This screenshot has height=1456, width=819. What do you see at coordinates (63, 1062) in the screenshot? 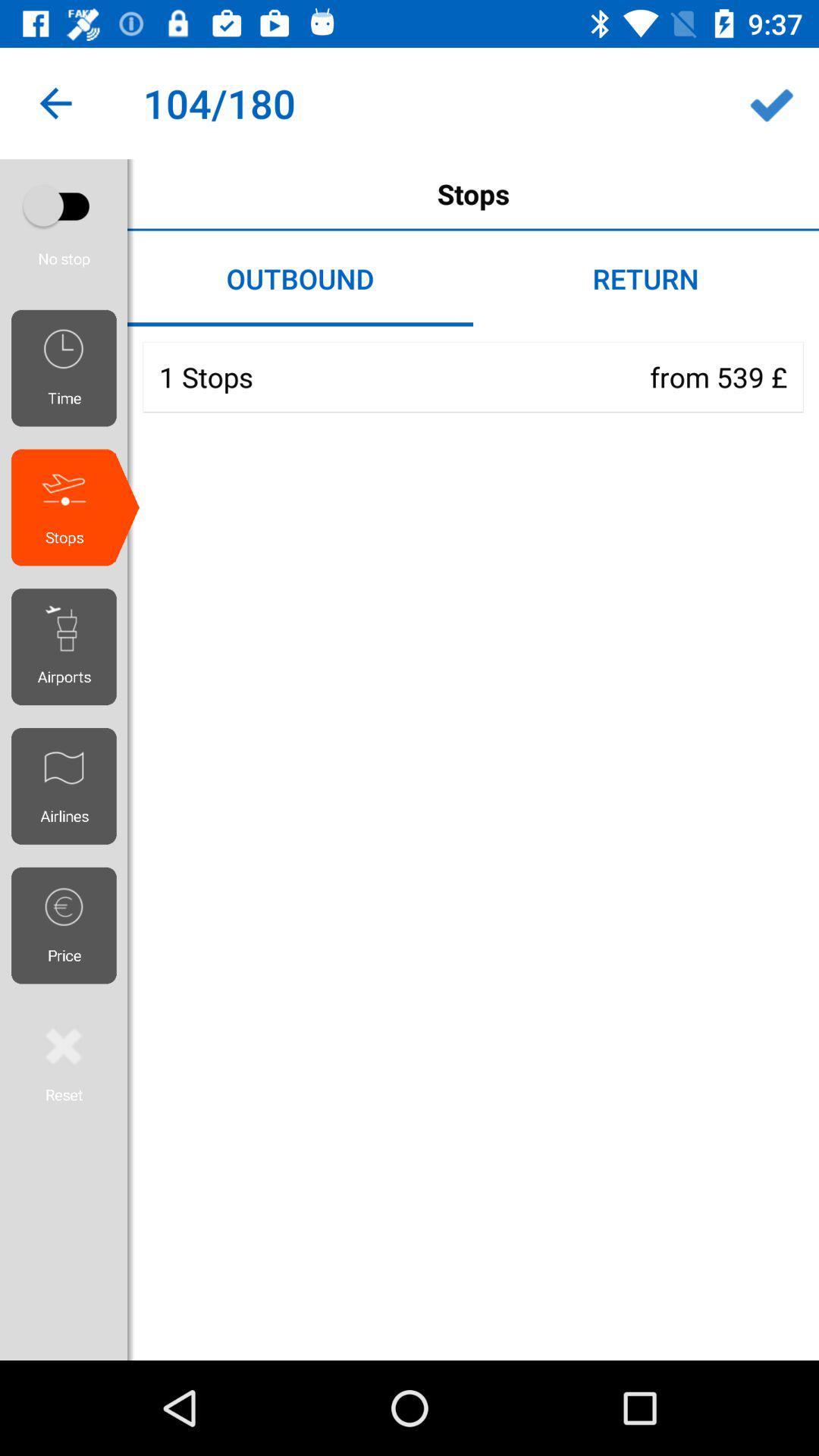
I see `cancel` at bounding box center [63, 1062].